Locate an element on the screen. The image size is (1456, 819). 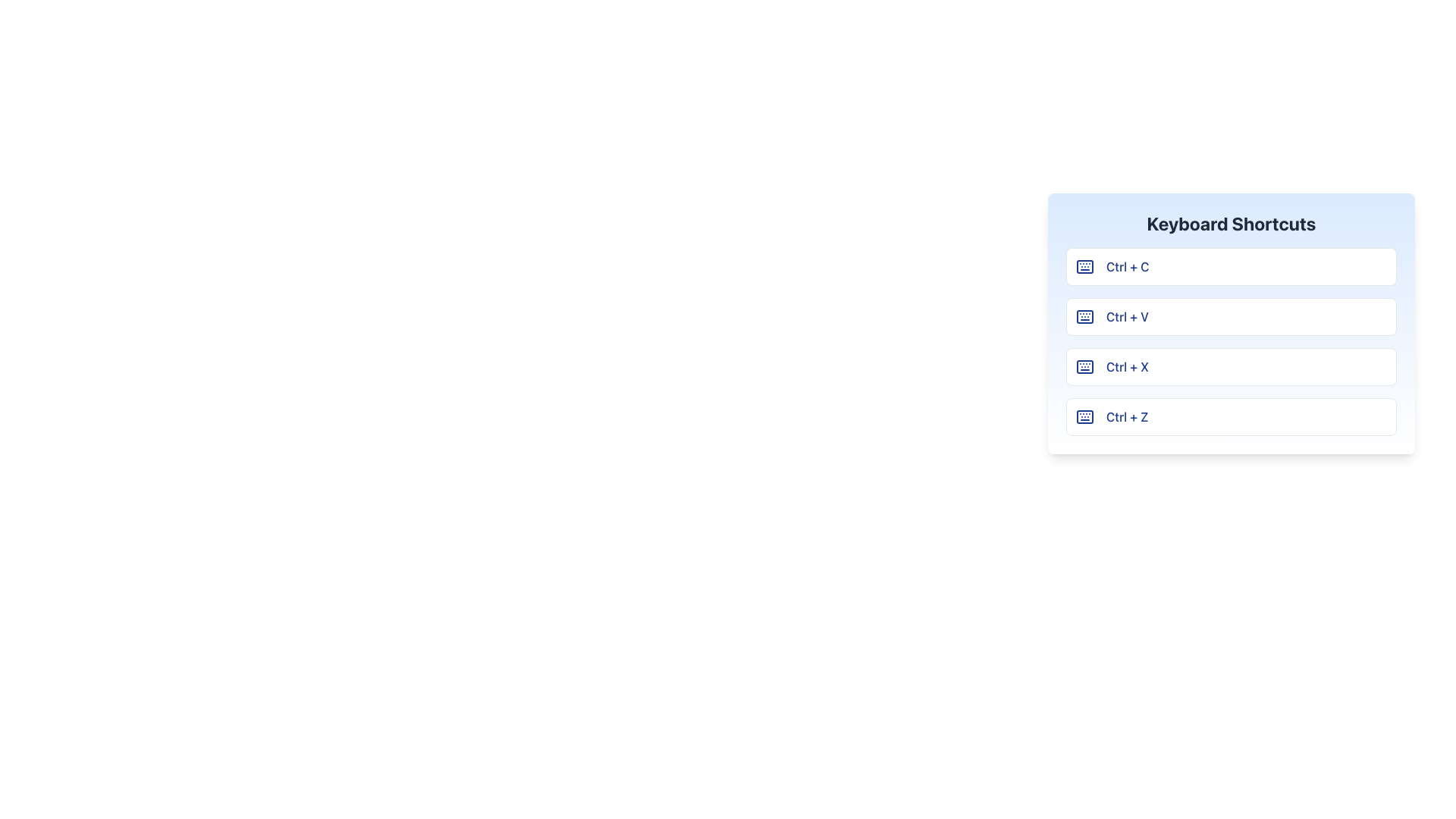
the text label displaying 'Ctrl + Z', which is styled with a medium font weight in blue and located in the bottom section of the 'Keyboard Shortcuts' panel, within a white rounded rectangular box is located at coordinates (1127, 417).